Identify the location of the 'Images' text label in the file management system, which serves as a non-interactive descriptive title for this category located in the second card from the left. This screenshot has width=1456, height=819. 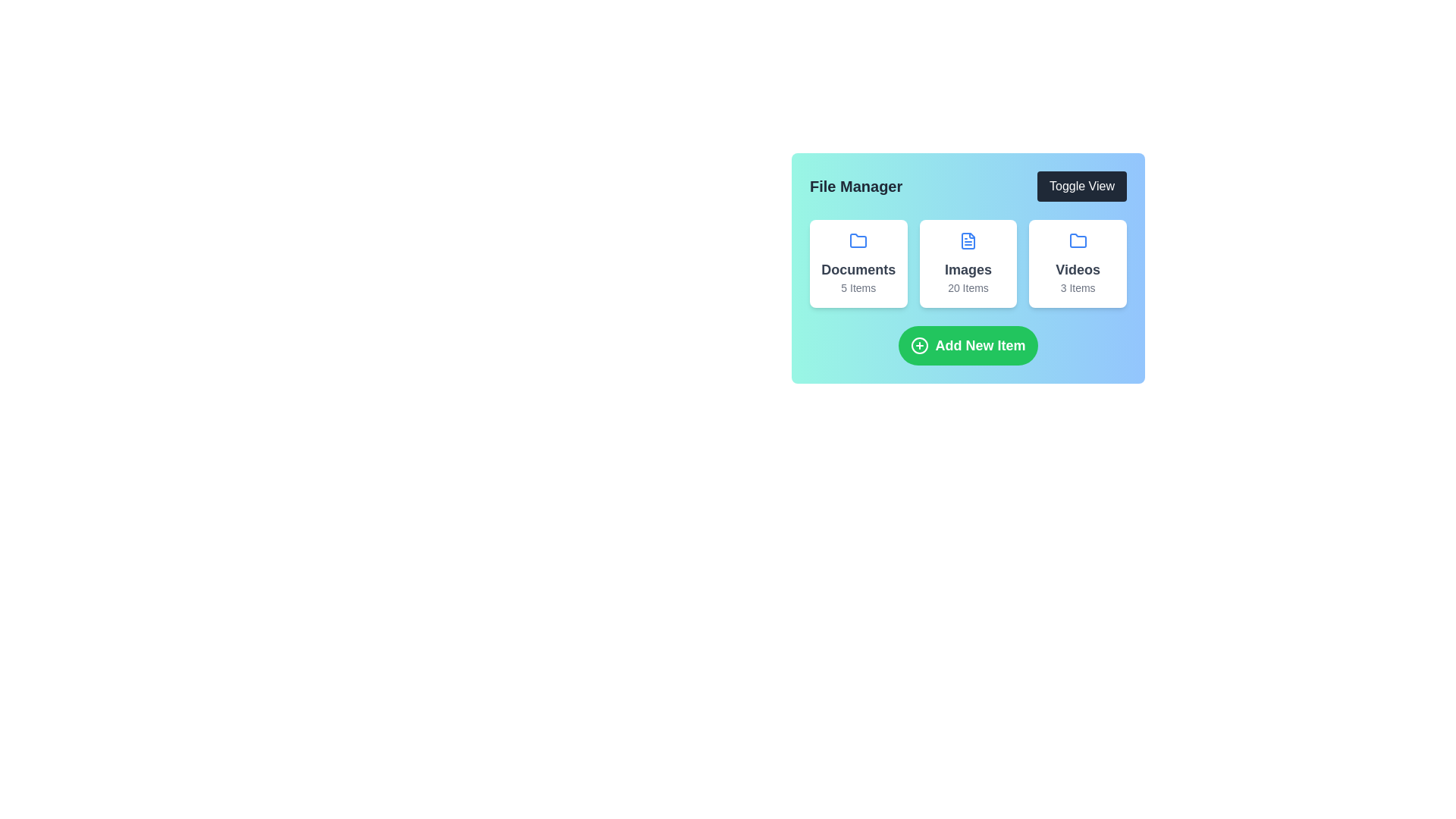
(967, 268).